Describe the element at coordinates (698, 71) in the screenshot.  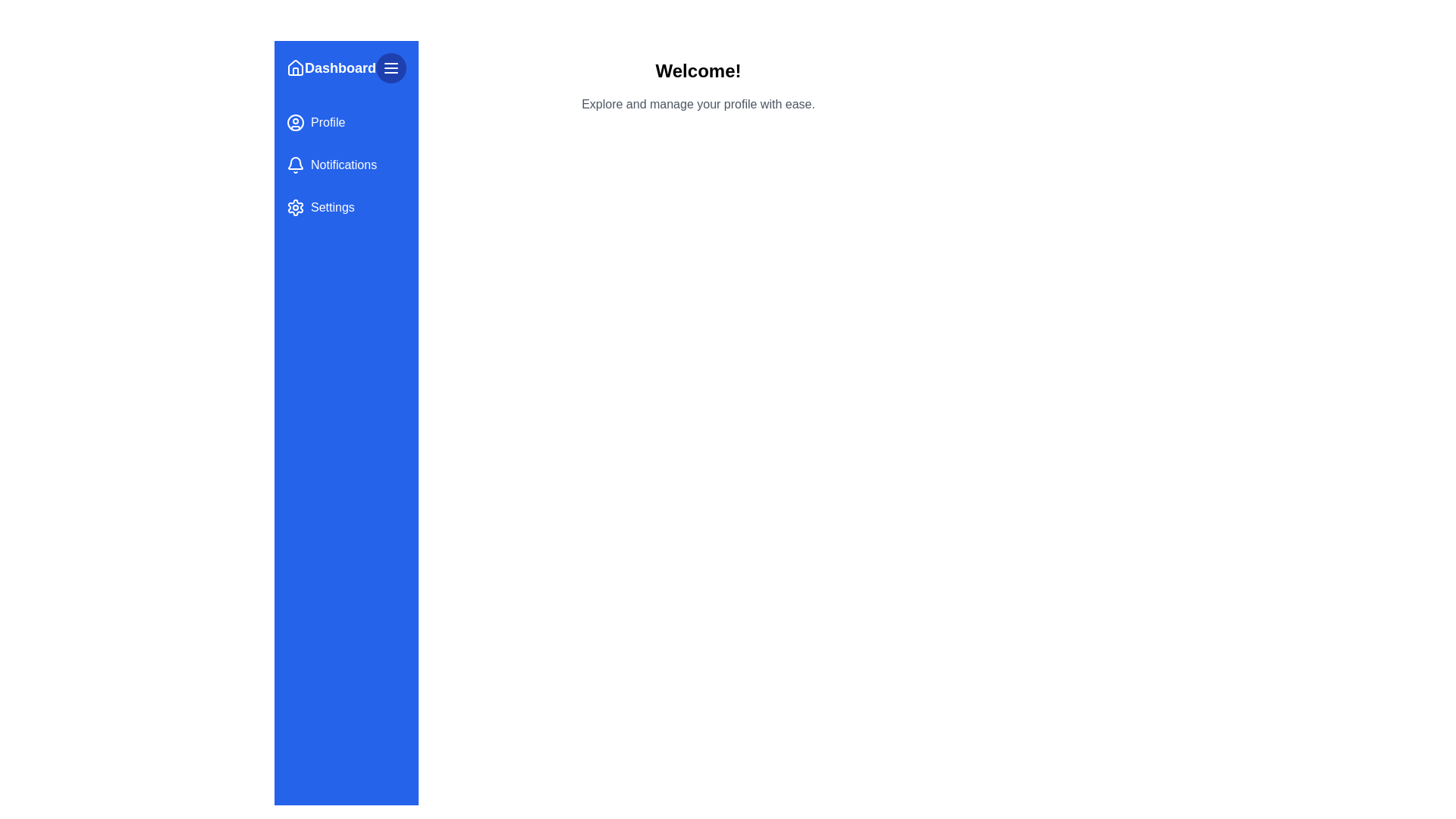
I see `welcoming header text located at the top-center of the user's dashboard, above the text 'Explore and manage your profile with ease.'` at that location.